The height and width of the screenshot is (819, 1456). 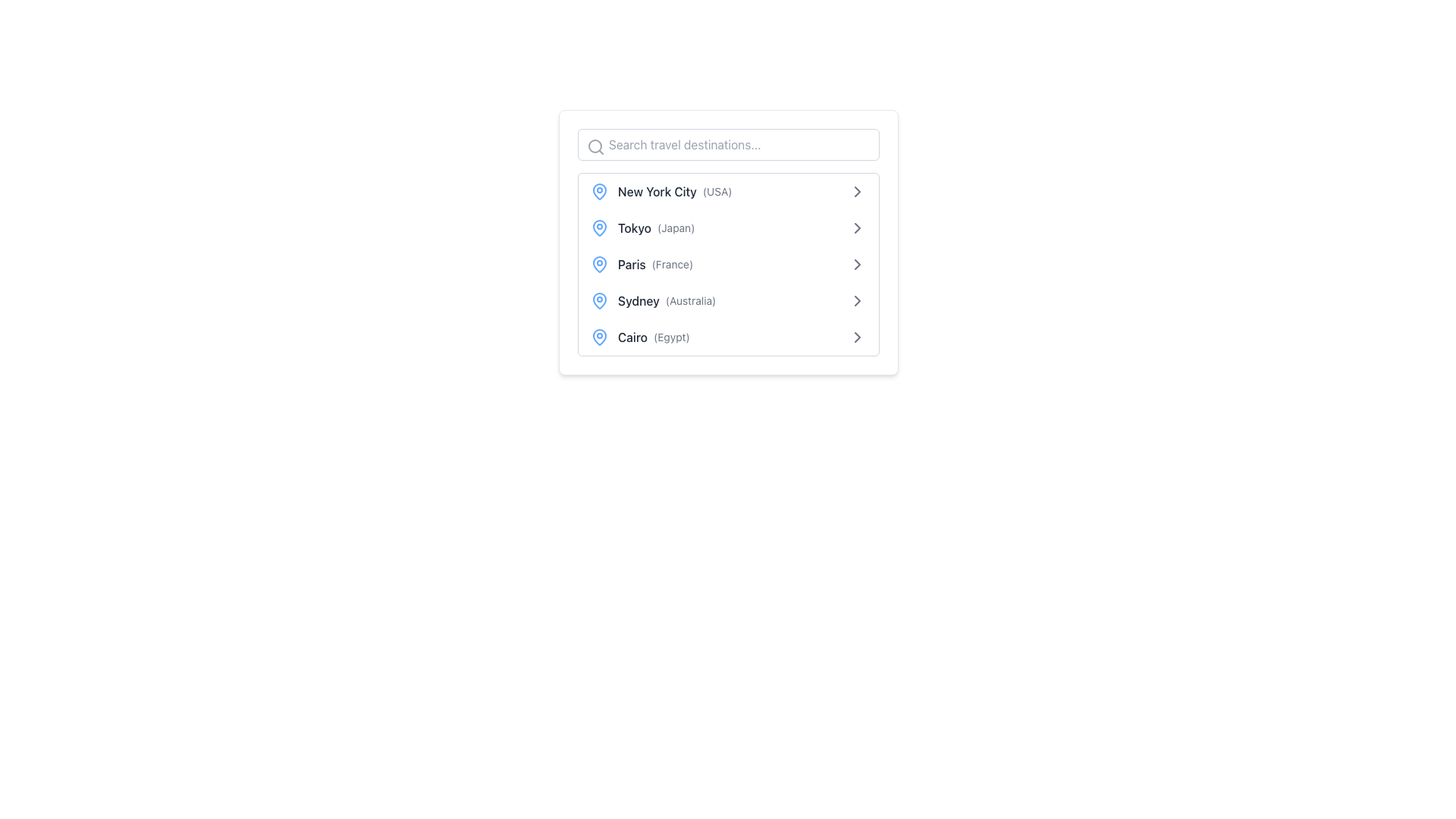 I want to click on the circular component of the search icon located at the top left corner inside the search bar area, so click(x=595, y=146).